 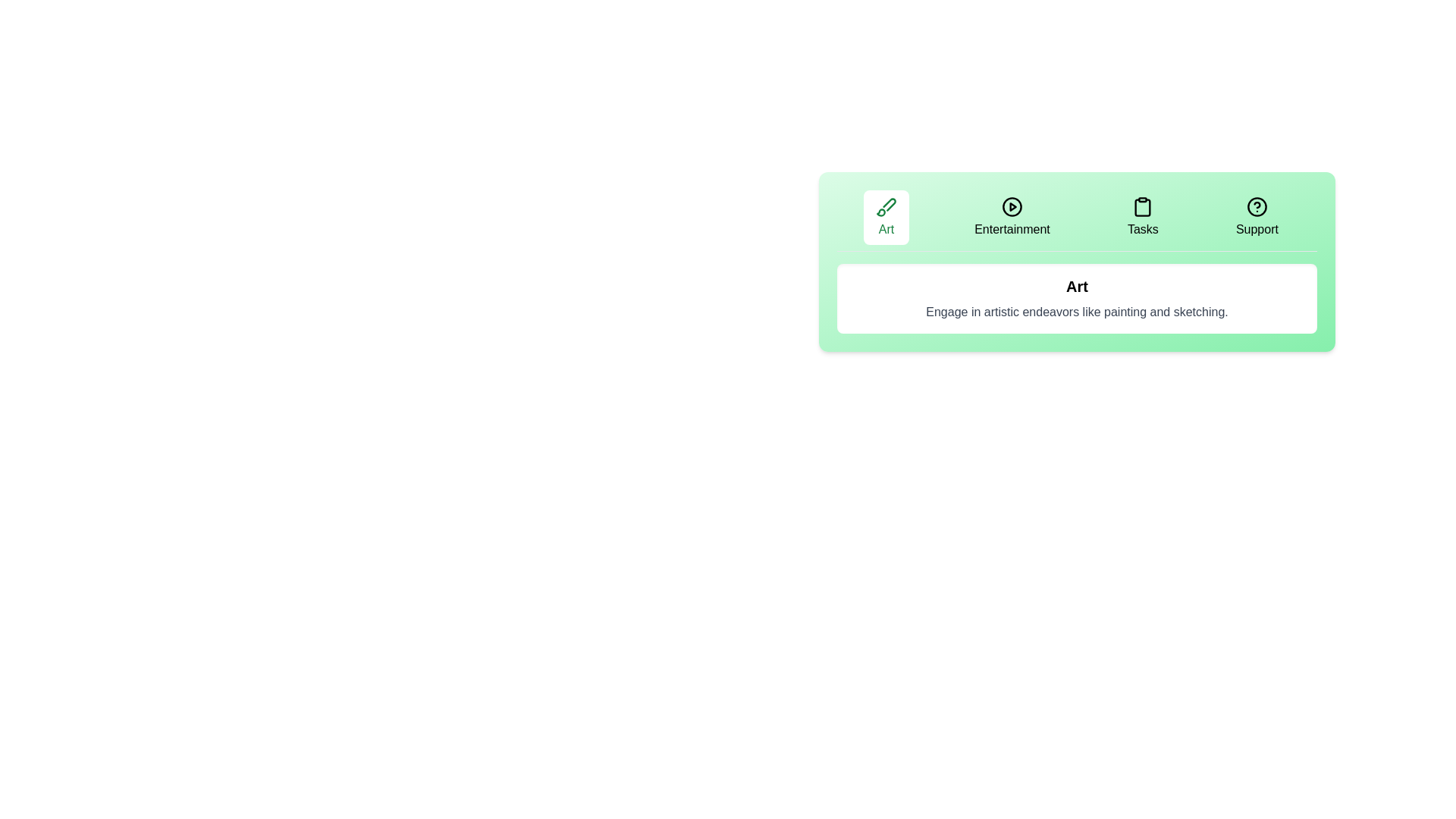 I want to click on the brush icon located above the 'Art' text within the button in the top-left corner of the grid, so click(x=886, y=207).